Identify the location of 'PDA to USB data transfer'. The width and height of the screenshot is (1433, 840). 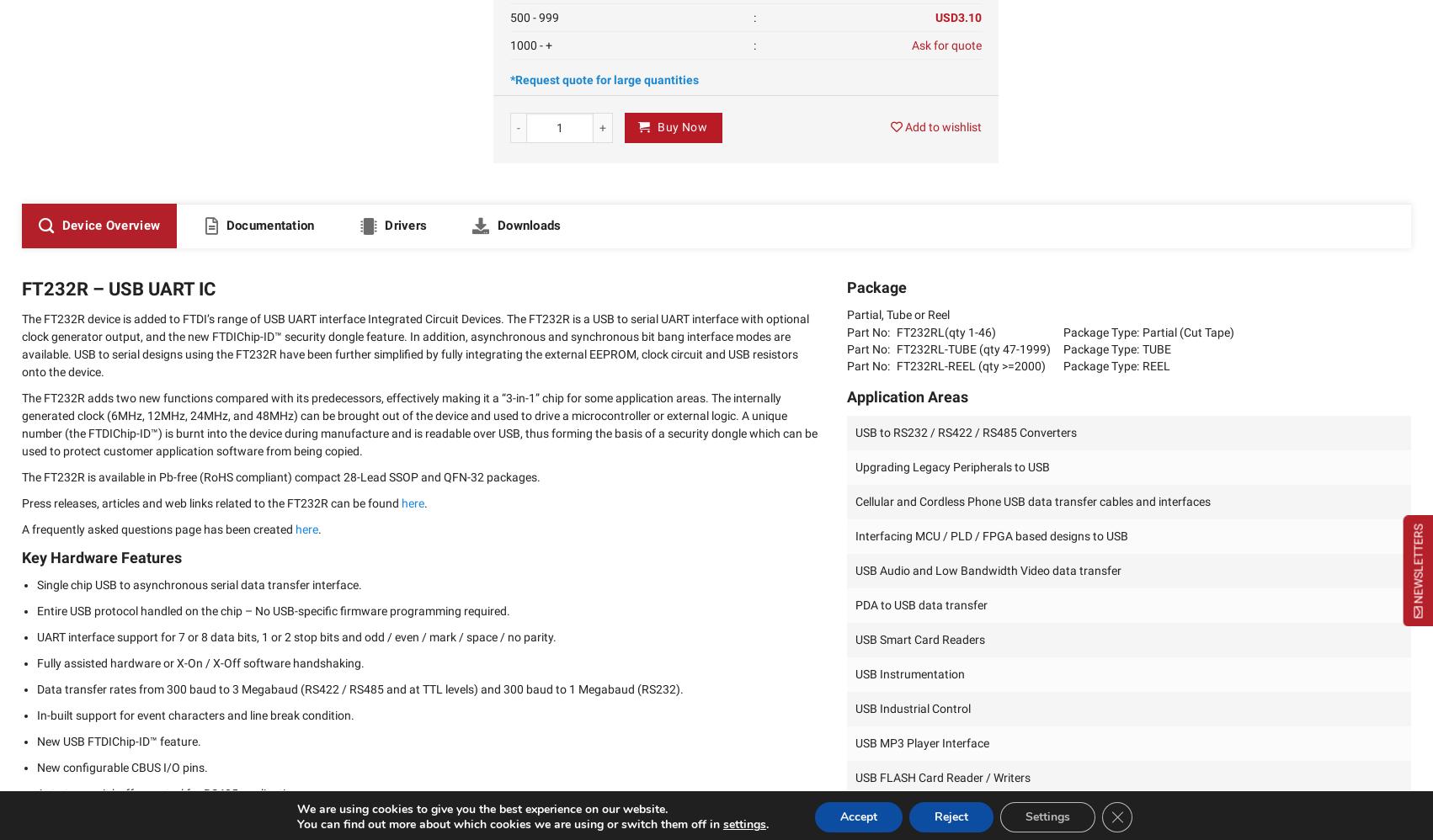
(919, 604).